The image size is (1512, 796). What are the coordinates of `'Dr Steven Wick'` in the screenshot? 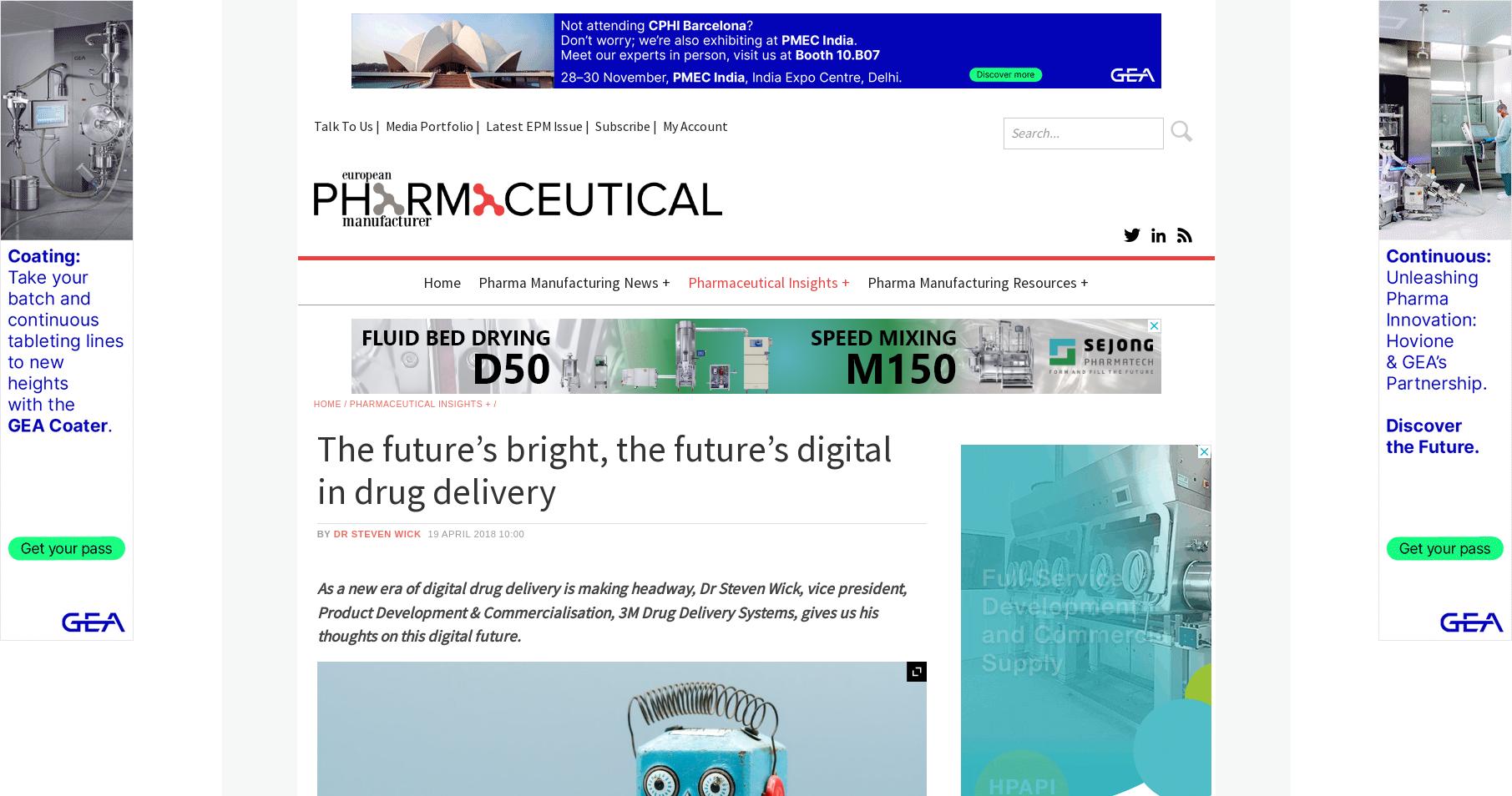 It's located at (377, 532).